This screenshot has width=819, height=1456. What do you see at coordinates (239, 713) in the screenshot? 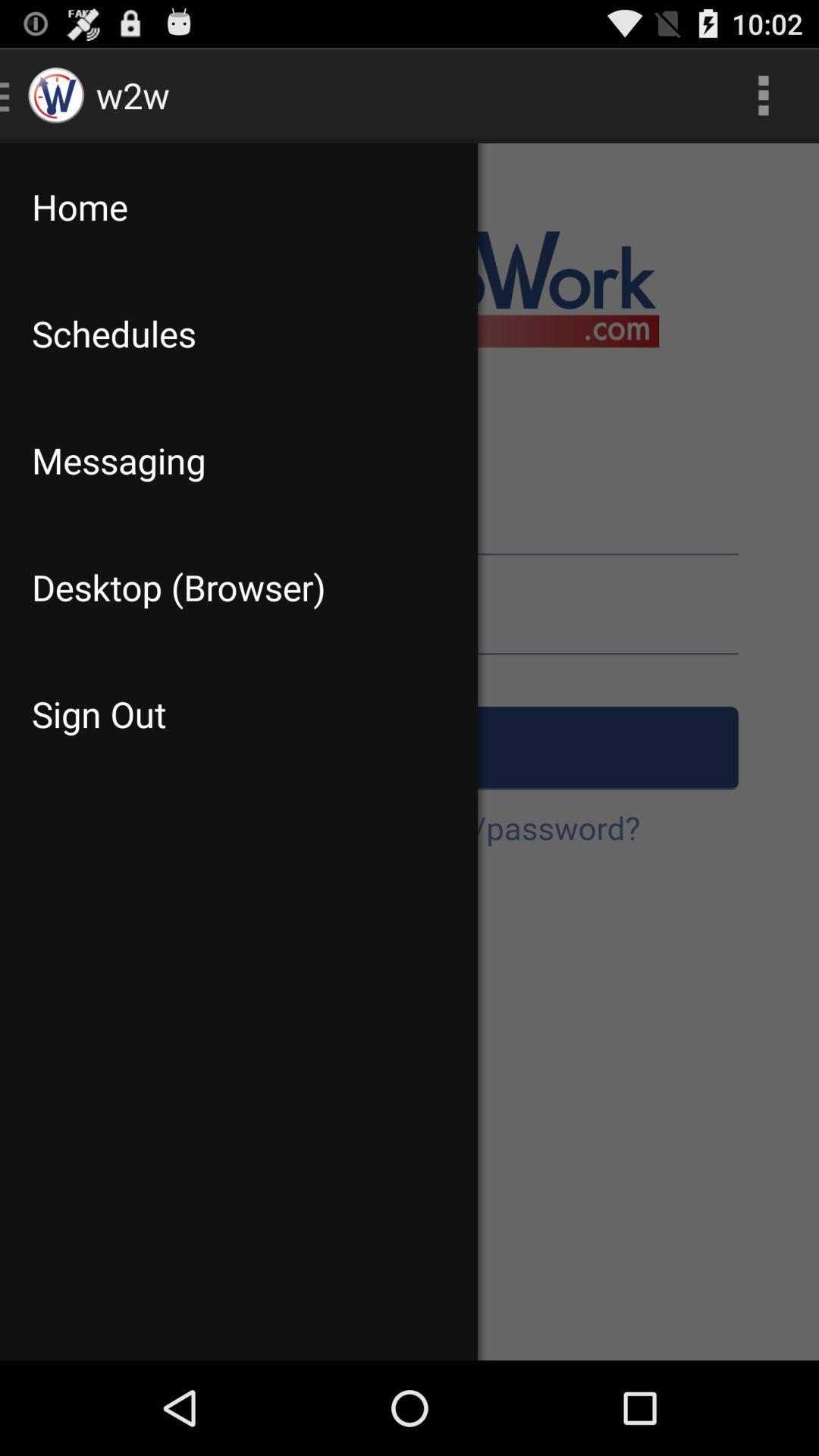
I see `the sign out item` at bounding box center [239, 713].